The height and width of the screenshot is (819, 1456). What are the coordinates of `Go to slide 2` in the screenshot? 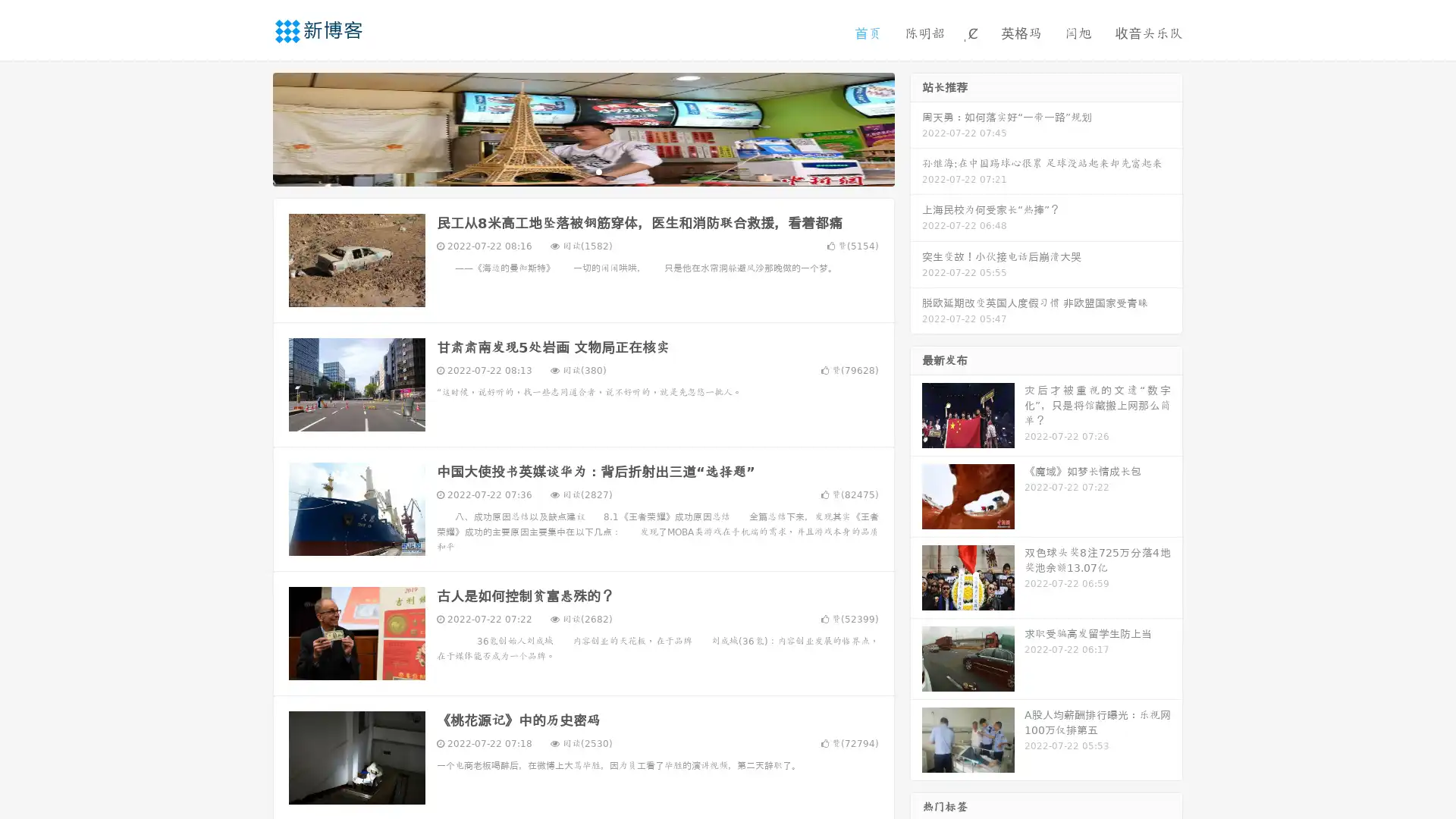 It's located at (582, 171).